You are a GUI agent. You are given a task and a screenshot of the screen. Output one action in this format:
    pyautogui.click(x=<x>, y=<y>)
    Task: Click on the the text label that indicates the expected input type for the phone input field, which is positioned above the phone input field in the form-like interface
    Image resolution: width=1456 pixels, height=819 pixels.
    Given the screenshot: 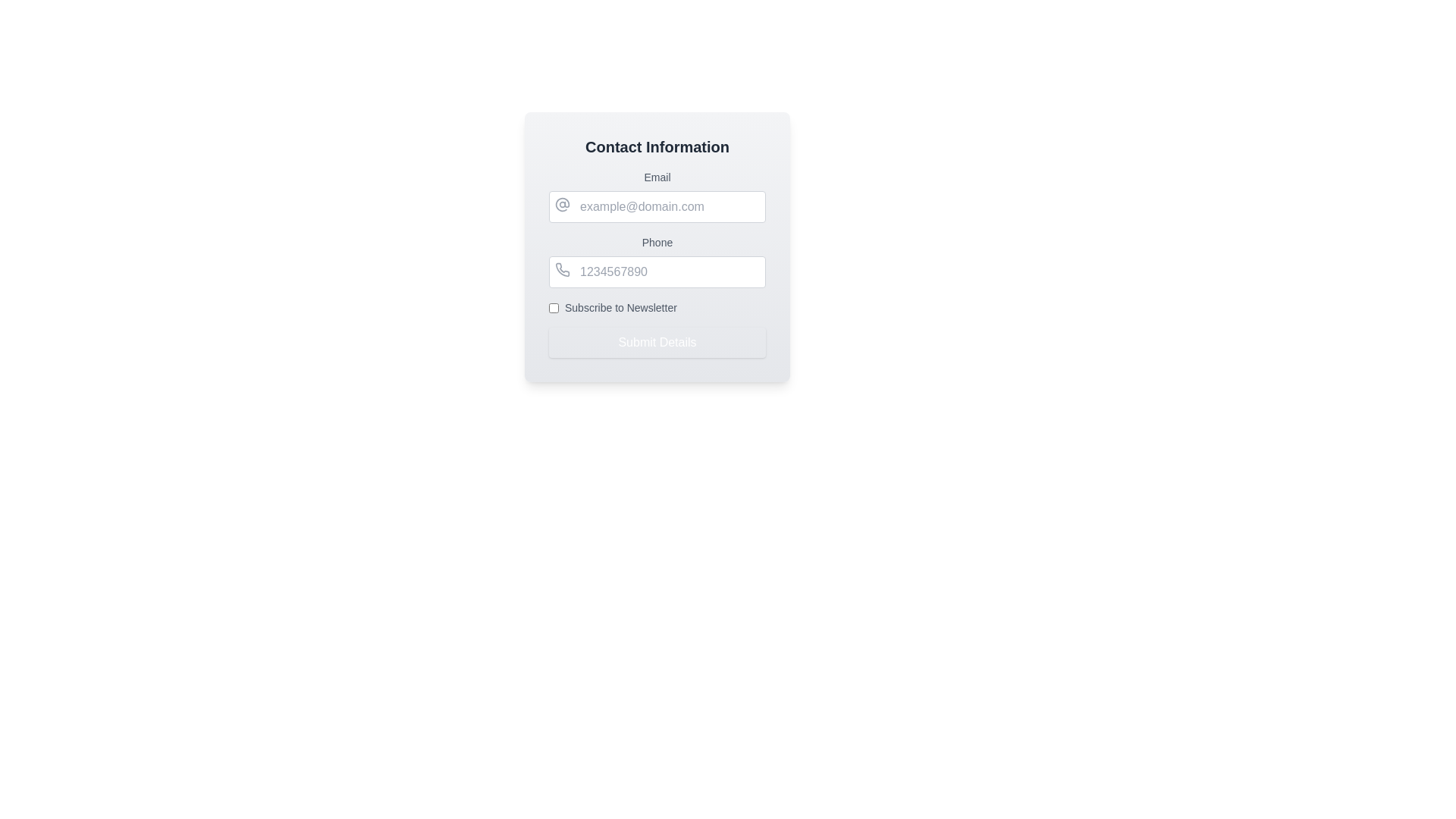 What is the action you would take?
    pyautogui.click(x=657, y=242)
    